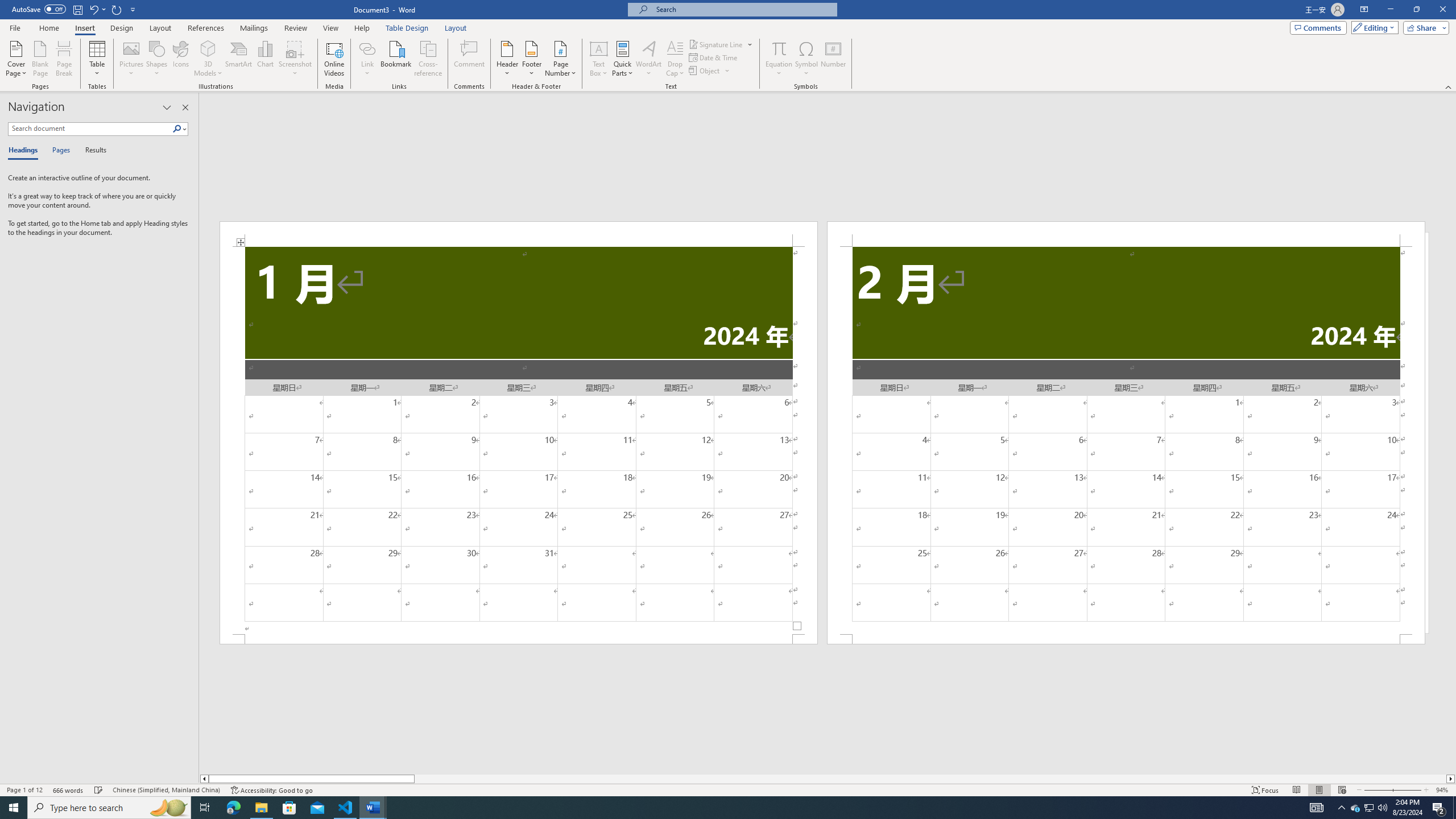  I want to click on 'Undo Increase Indent', so click(97, 9).